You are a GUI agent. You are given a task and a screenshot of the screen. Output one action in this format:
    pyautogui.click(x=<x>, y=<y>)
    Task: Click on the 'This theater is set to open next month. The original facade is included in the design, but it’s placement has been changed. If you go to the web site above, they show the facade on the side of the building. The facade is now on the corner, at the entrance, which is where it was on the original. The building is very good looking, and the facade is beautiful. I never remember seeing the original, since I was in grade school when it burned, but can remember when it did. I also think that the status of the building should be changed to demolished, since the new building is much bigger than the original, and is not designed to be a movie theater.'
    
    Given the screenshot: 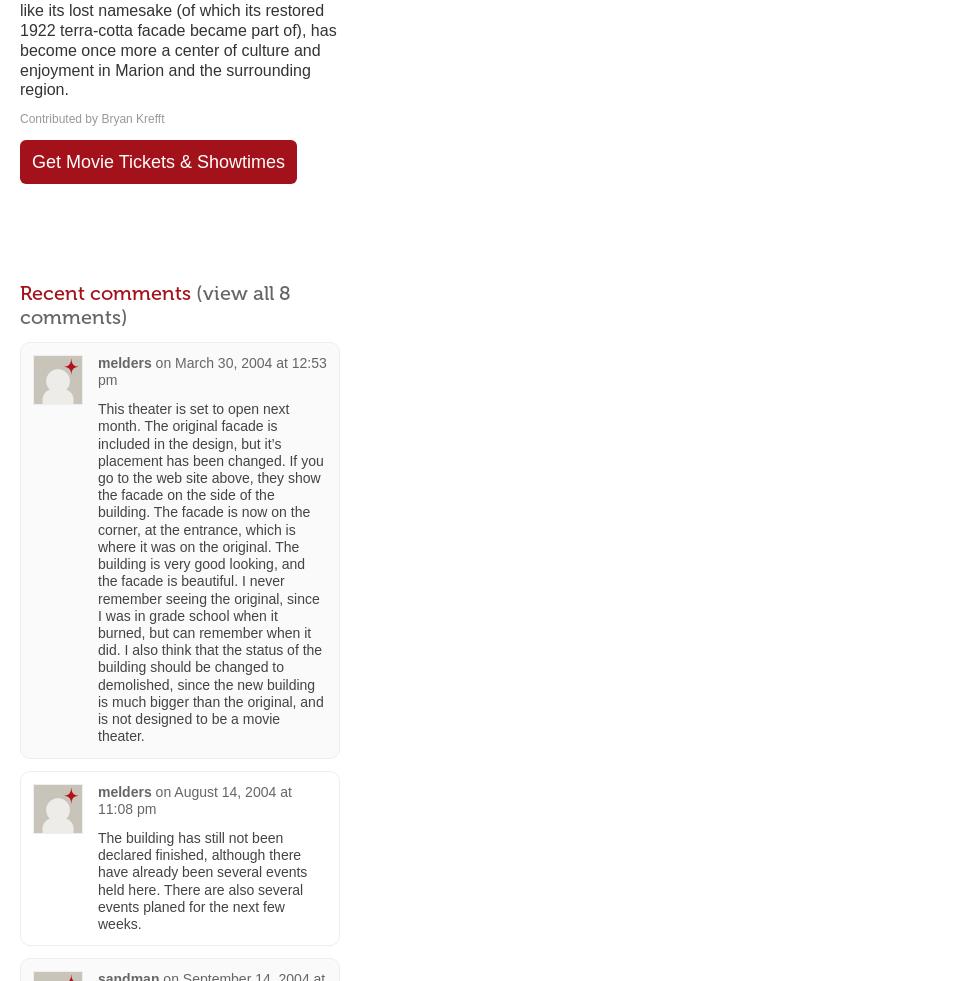 What is the action you would take?
    pyautogui.click(x=209, y=572)
    